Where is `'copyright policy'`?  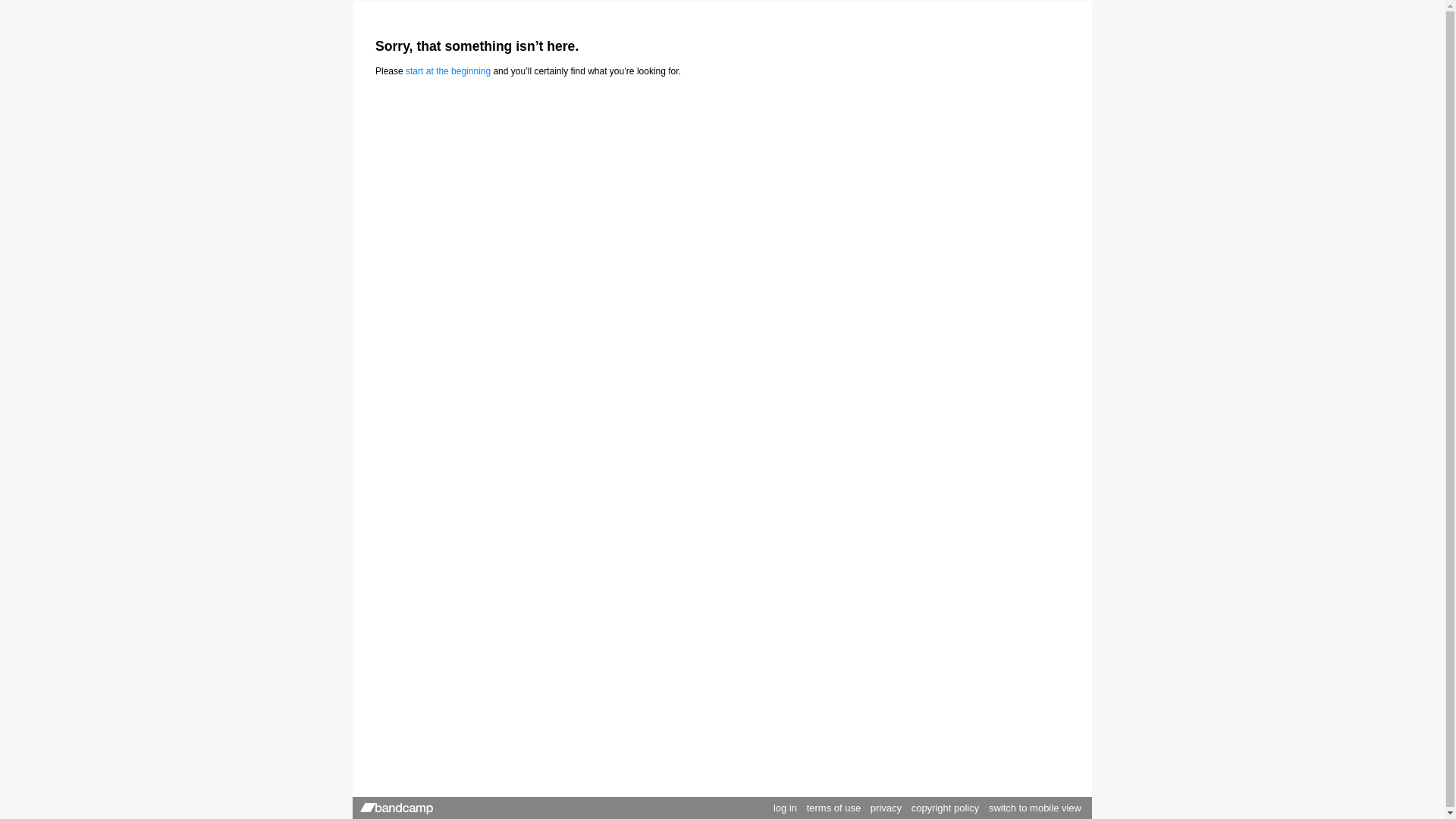
'copyright policy' is located at coordinates (945, 807).